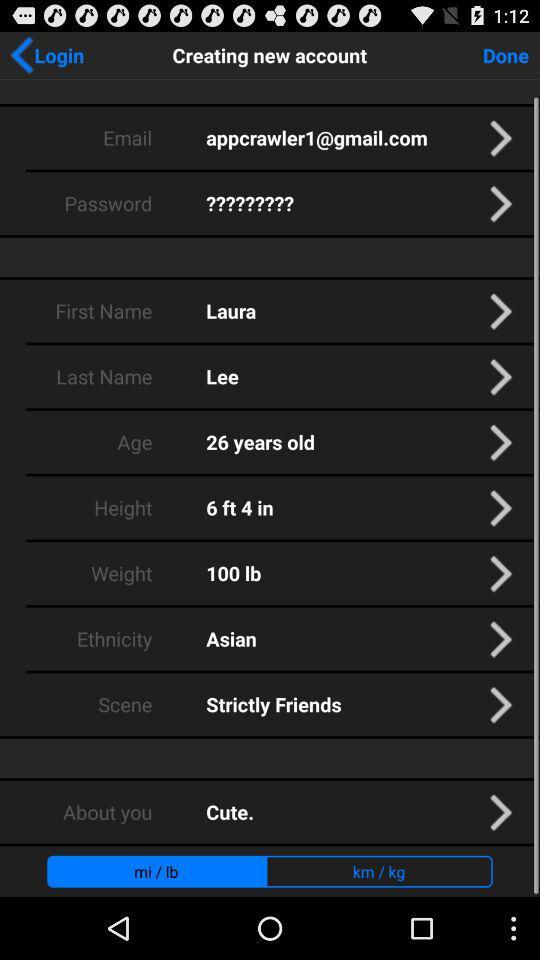 The width and height of the screenshot is (540, 960). I want to click on the text done, so click(507, 54).